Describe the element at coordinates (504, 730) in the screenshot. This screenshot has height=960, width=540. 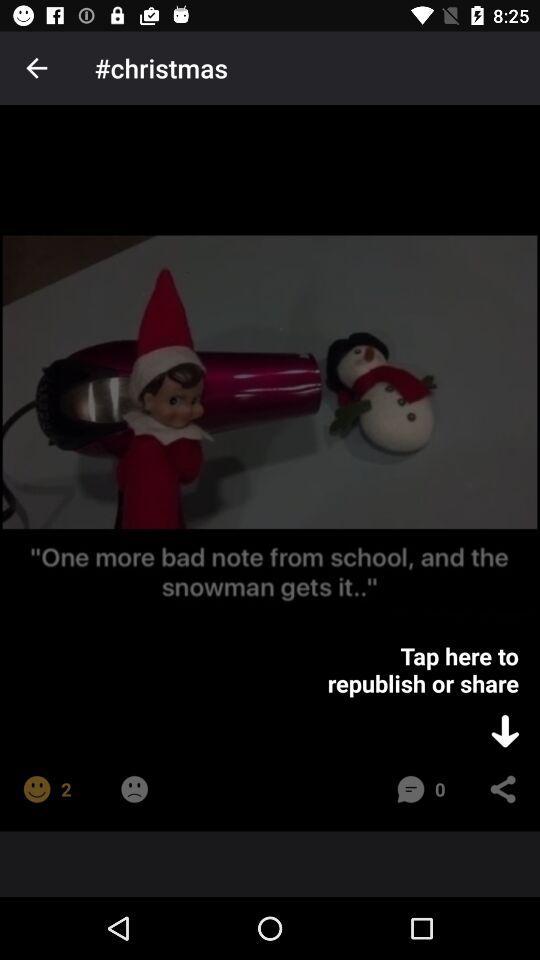
I see `the icon above share icon` at that location.